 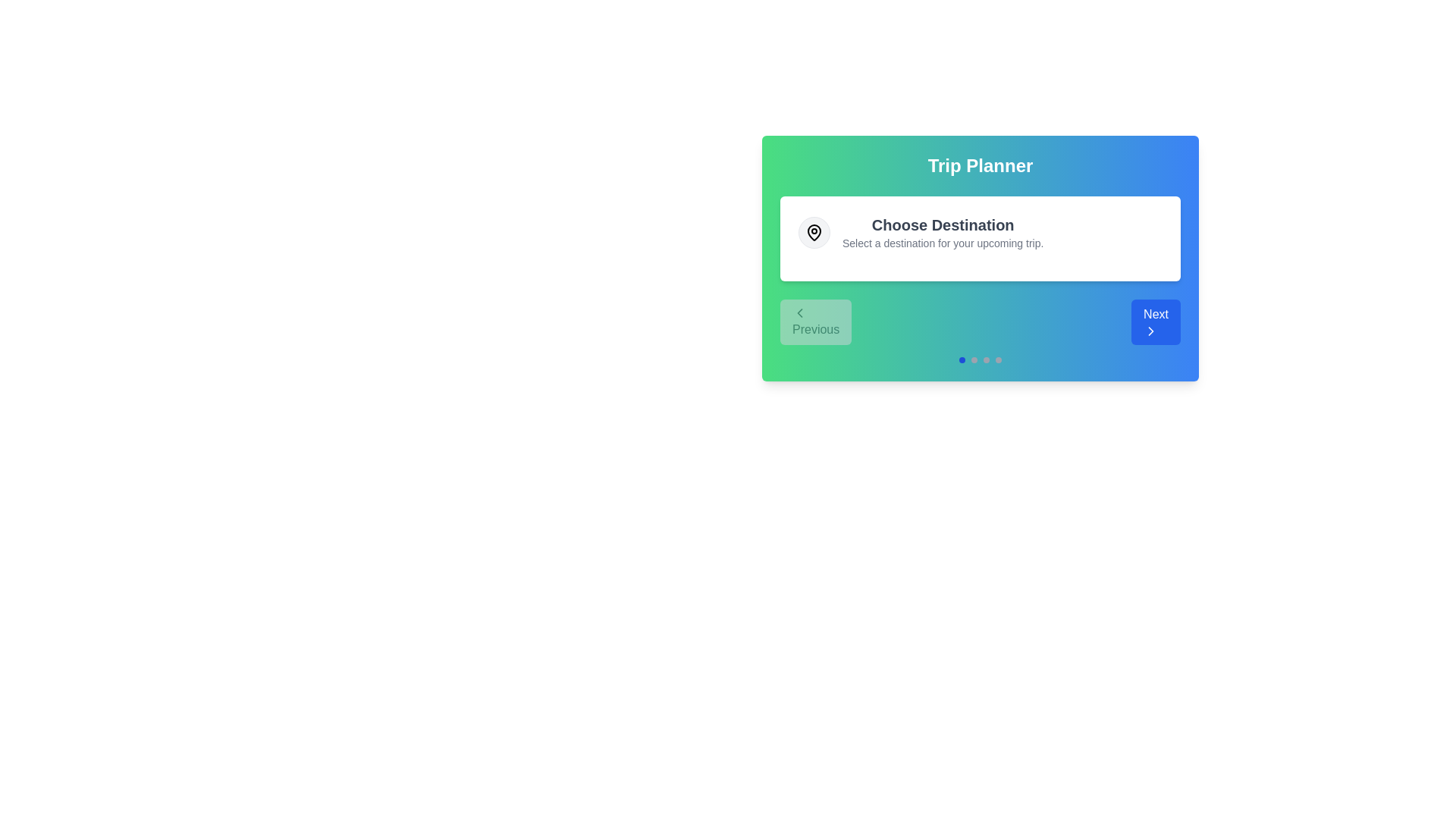 I want to click on the right-pointing chevron icon within the blue 'Next' button located in the bottom-right corner of the interface card, so click(x=1151, y=330).